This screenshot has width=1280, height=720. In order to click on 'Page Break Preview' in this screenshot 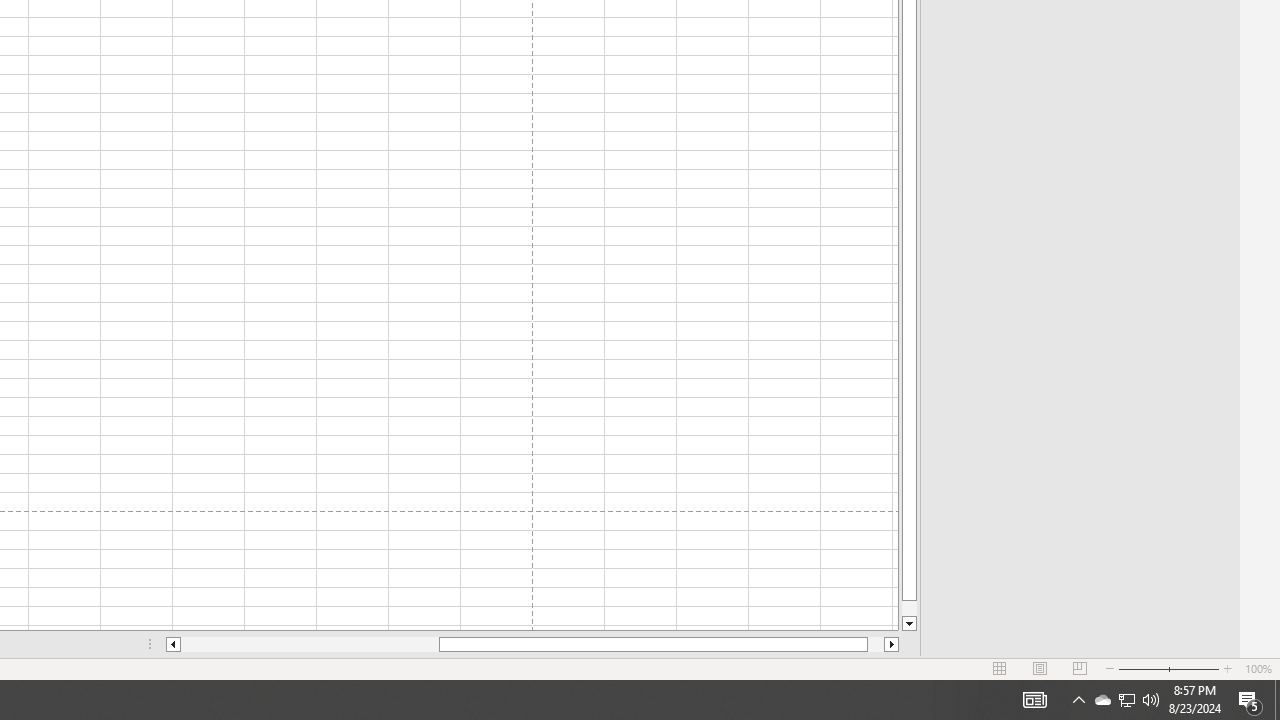, I will do `click(1078, 669)`.